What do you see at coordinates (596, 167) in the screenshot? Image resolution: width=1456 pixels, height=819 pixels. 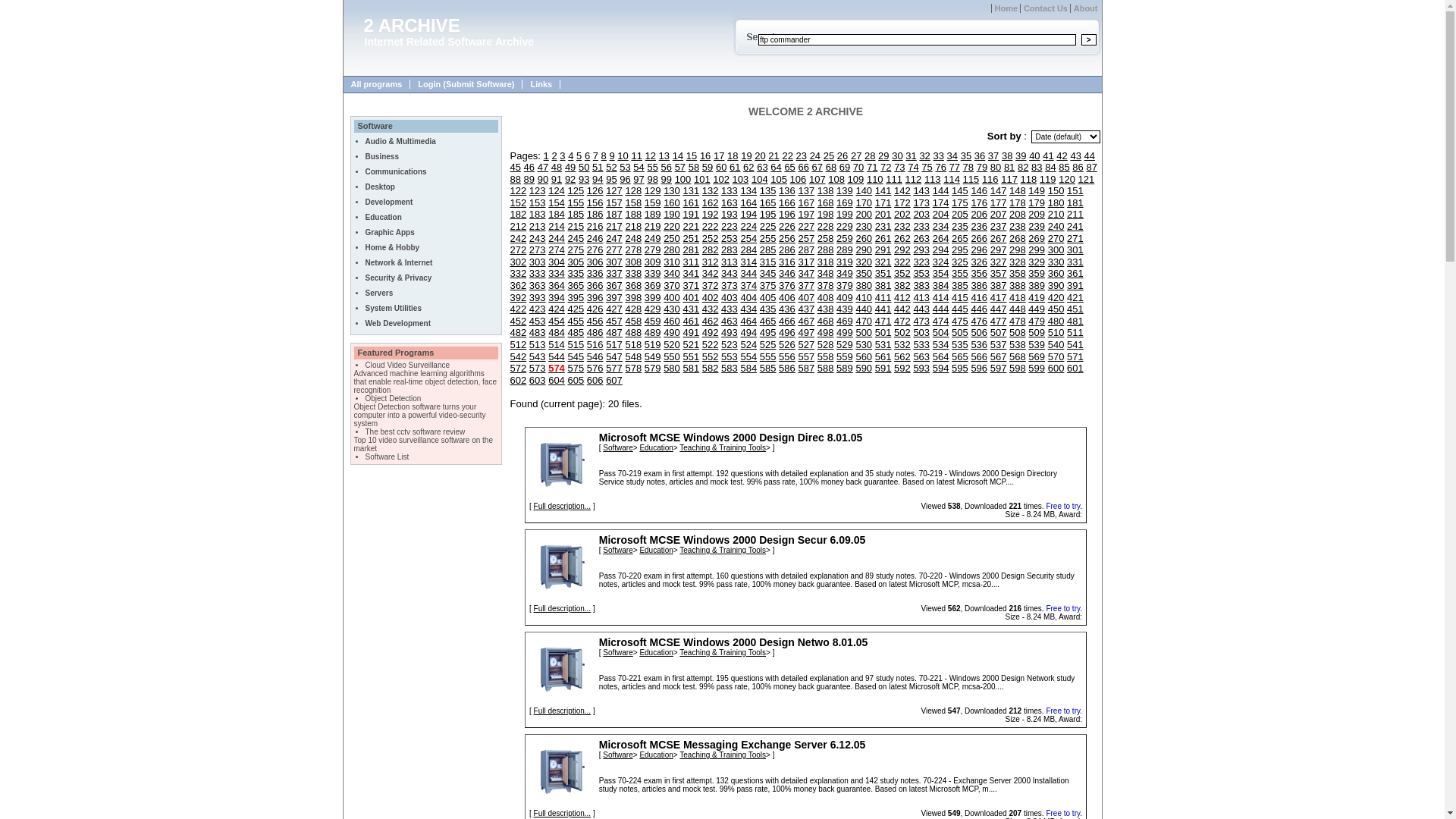 I see `'51'` at bounding box center [596, 167].